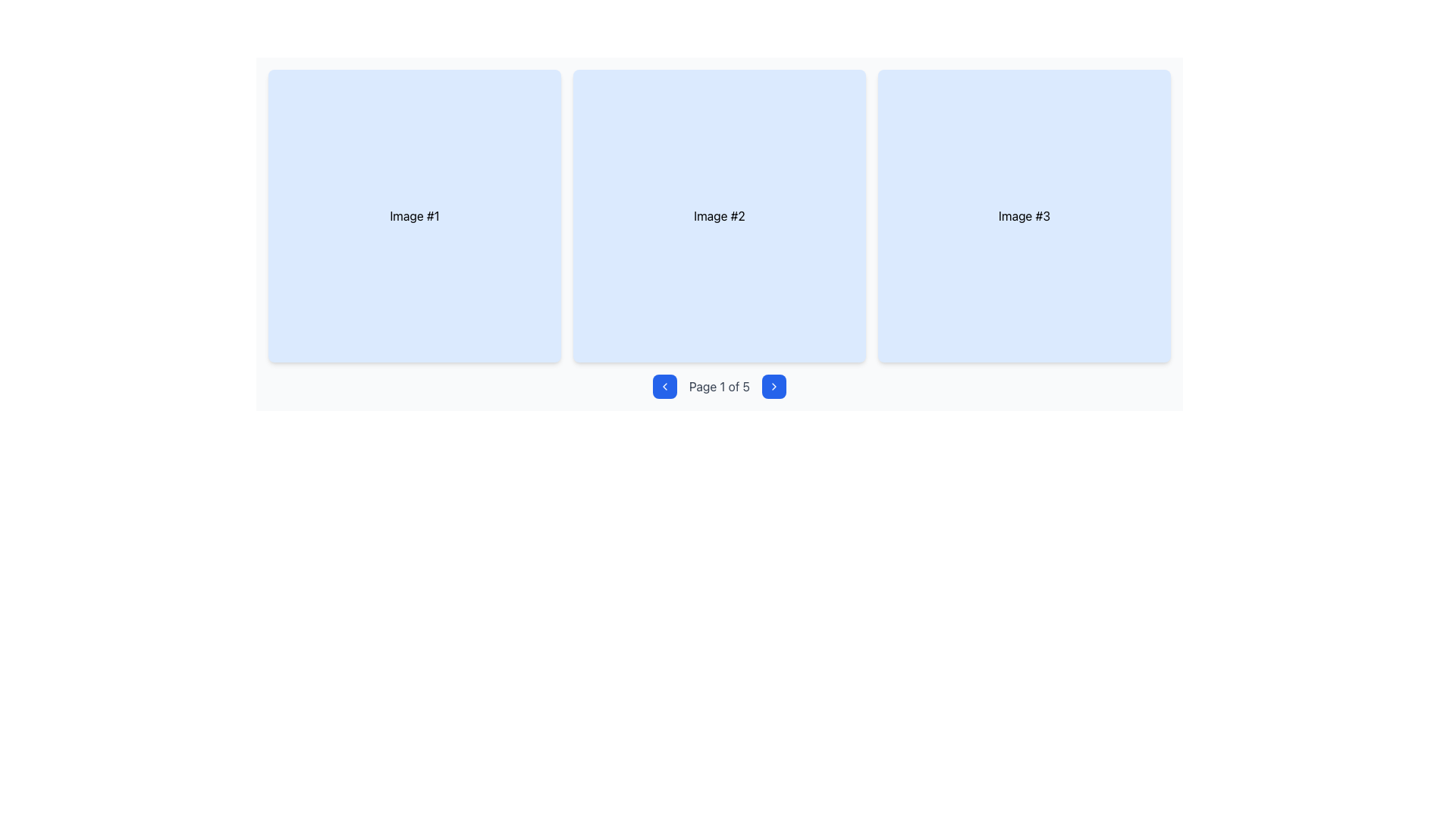  What do you see at coordinates (664, 385) in the screenshot?
I see `the leftward-pointing chevron icon inside the blue button` at bounding box center [664, 385].